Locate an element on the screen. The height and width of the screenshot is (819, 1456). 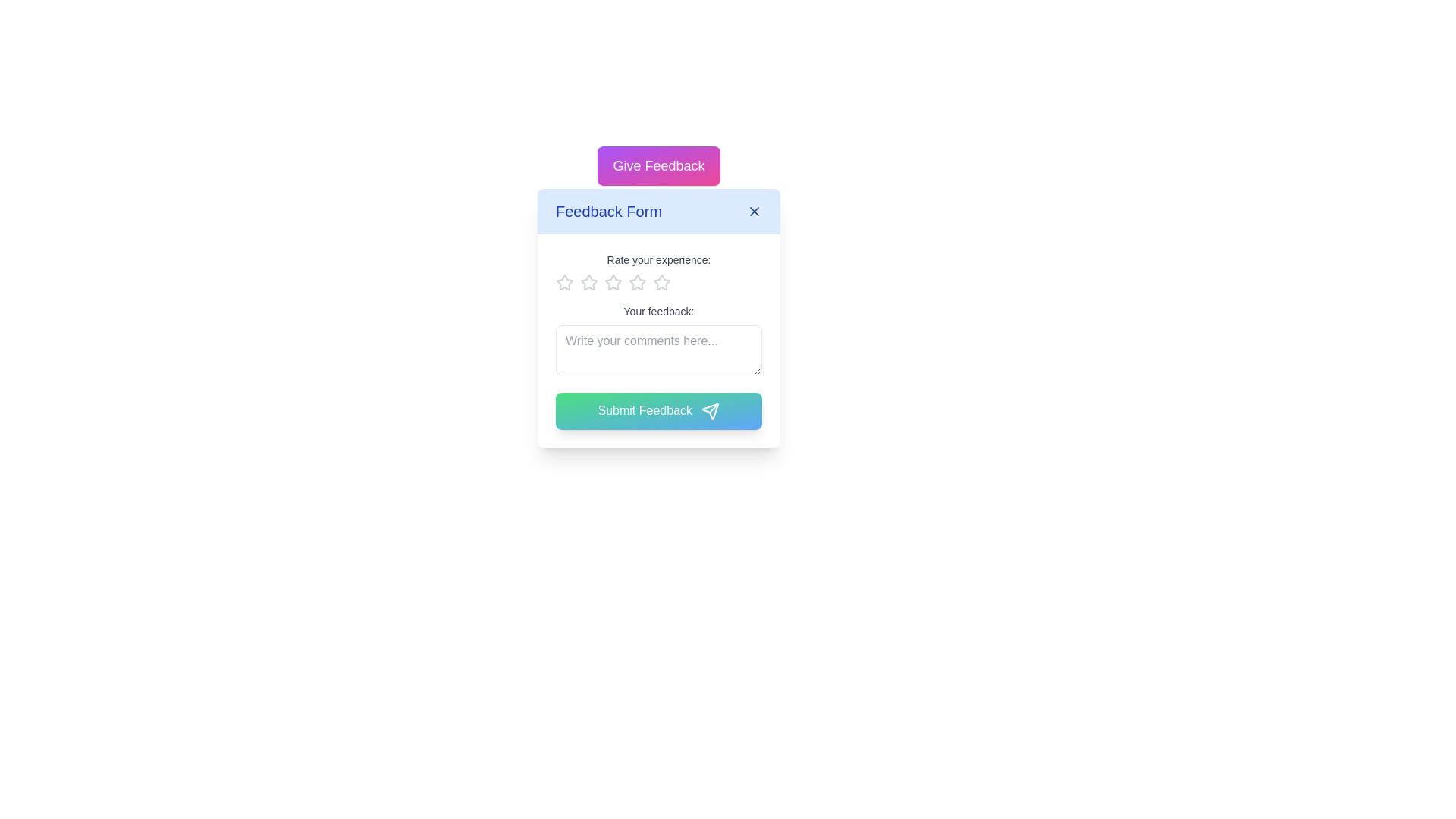
the first star-shaped icon in the five-star rating system to rate it is located at coordinates (563, 282).